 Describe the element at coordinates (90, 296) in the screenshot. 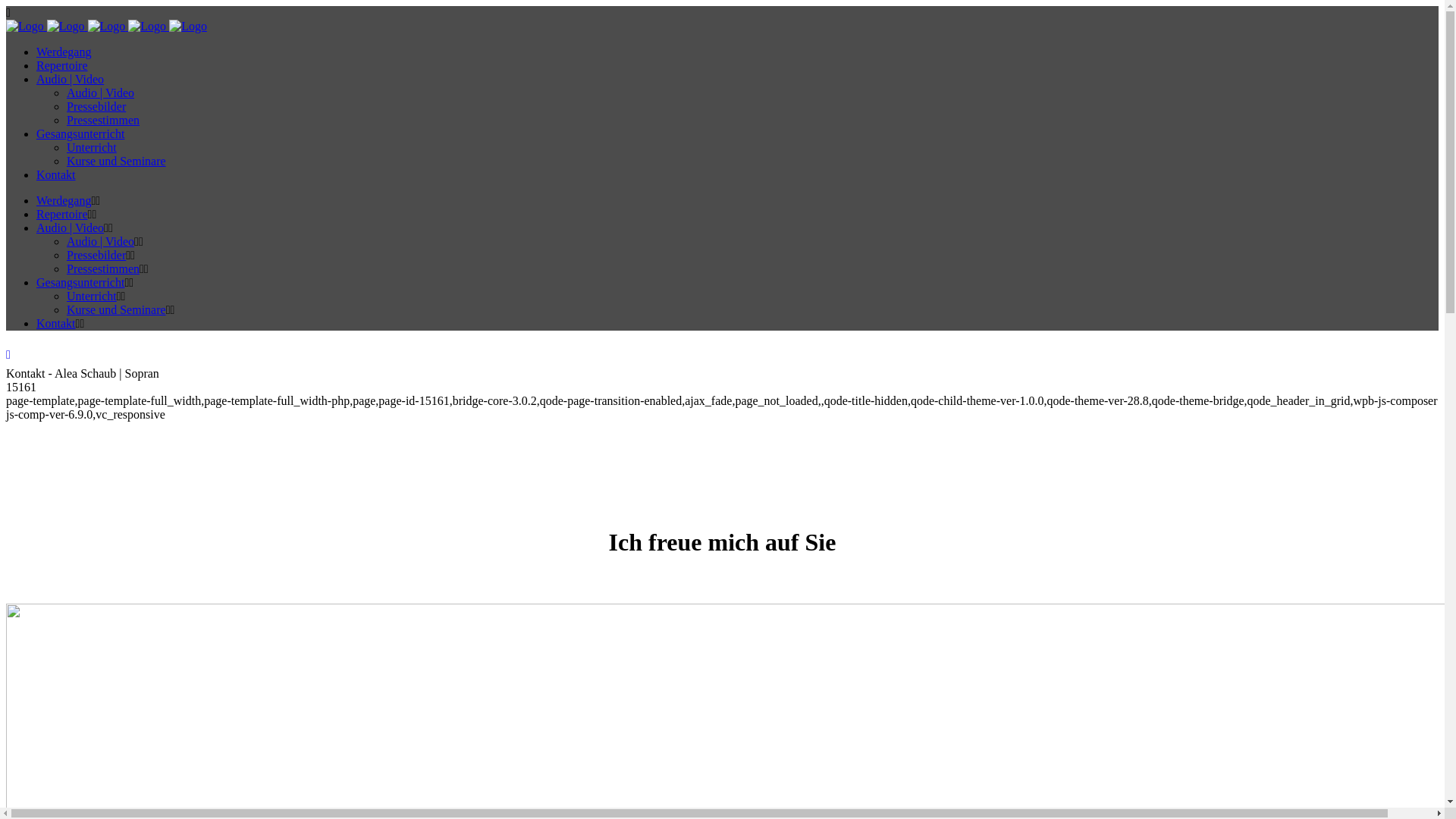

I see `'Unterricht'` at that location.